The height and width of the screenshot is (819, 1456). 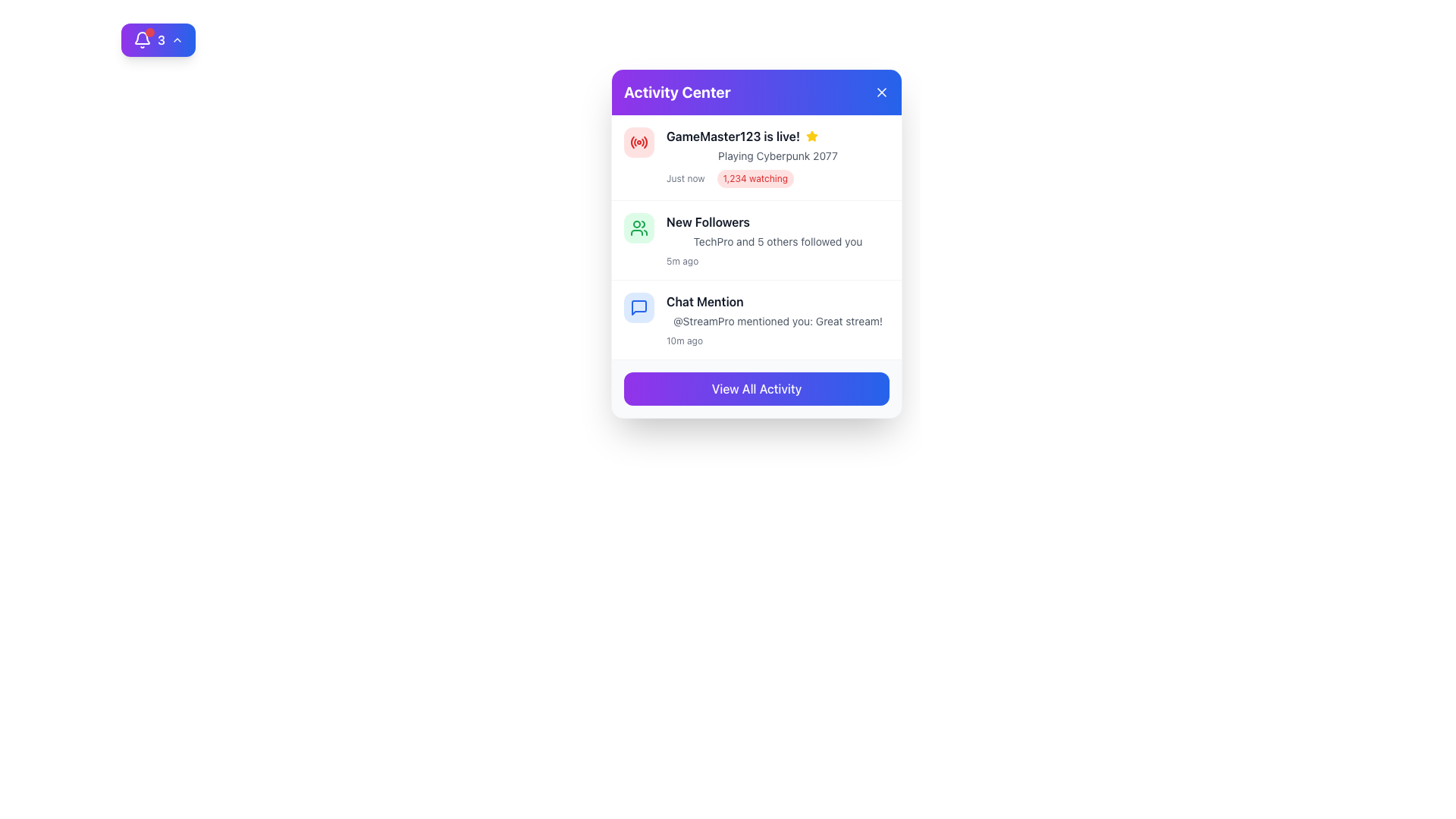 What do you see at coordinates (685, 177) in the screenshot?
I see `the 'Just now' text label, which is styled in small gray font and indicates the time elapsed since an event, located within the 'Activity Center' interface` at bounding box center [685, 177].